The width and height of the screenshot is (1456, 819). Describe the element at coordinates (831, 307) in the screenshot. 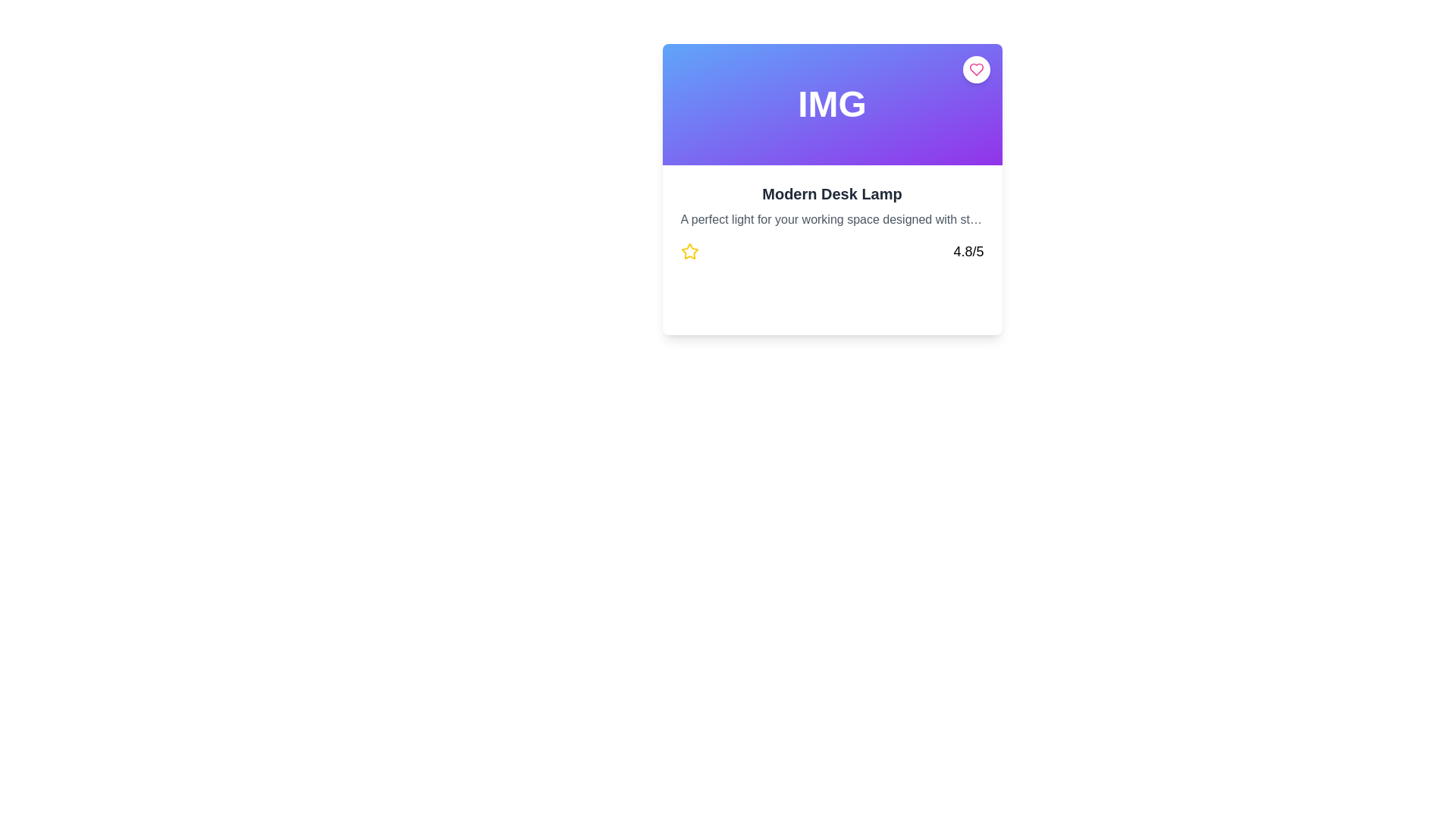

I see `the 'Shop Now' button located at the bottom of the product information card, directly beneath the '4.8/5' rating` at that location.